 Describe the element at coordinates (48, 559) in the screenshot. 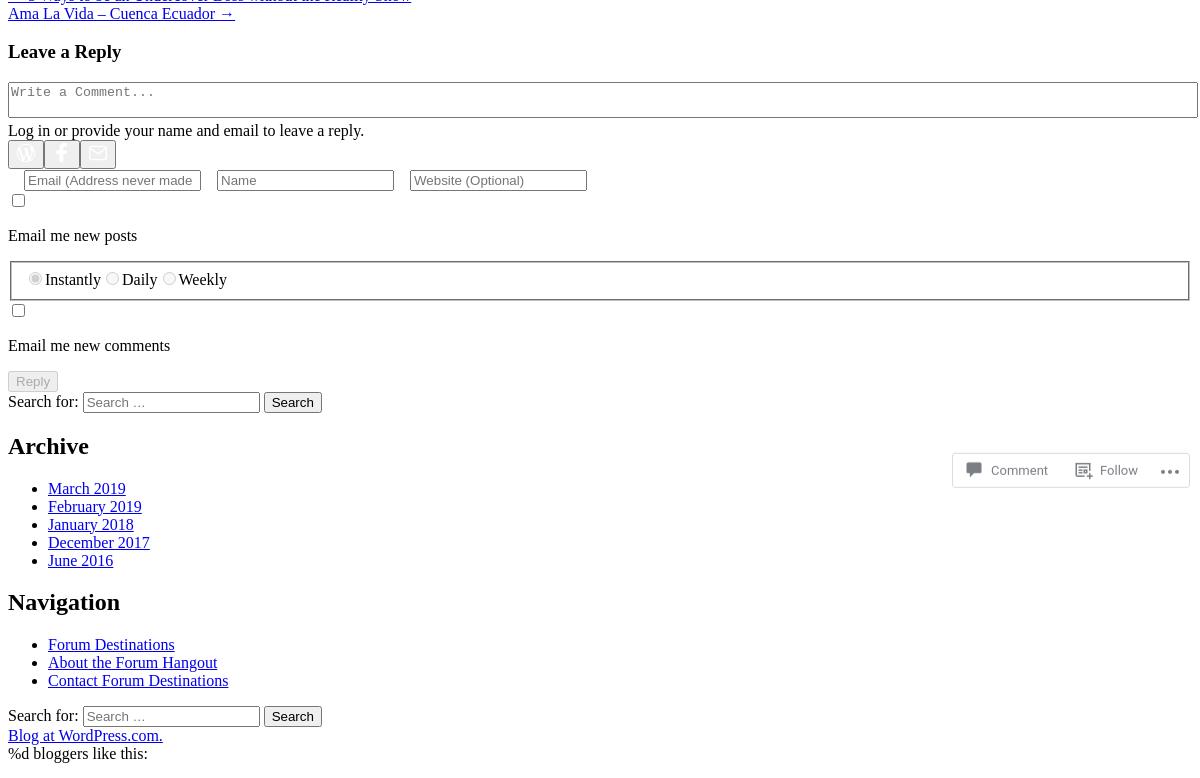

I see `'June 2016'` at that location.